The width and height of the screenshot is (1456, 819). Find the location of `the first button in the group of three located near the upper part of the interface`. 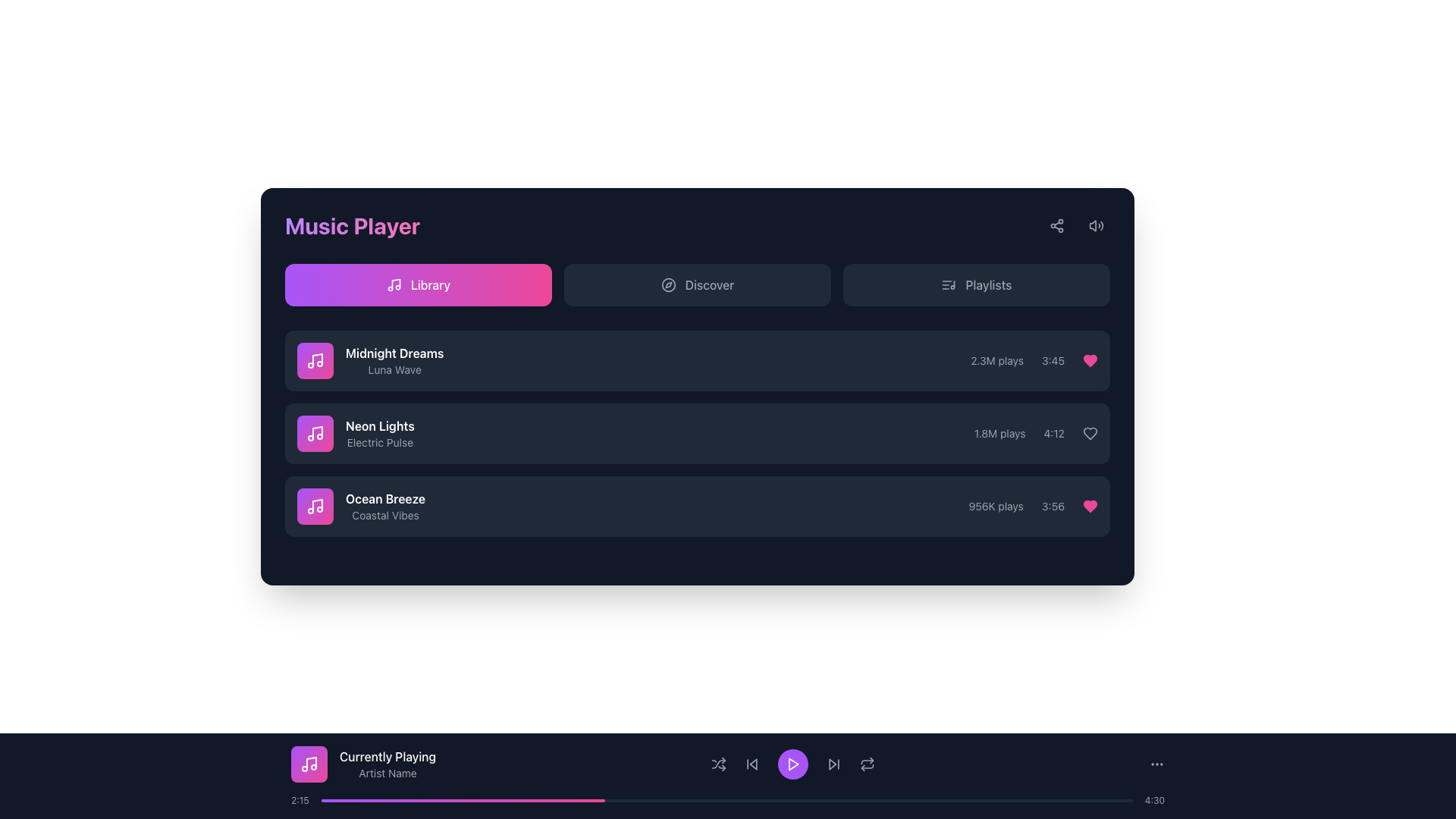

the first button in the group of three located near the upper part of the interface is located at coordinates (419, 284).